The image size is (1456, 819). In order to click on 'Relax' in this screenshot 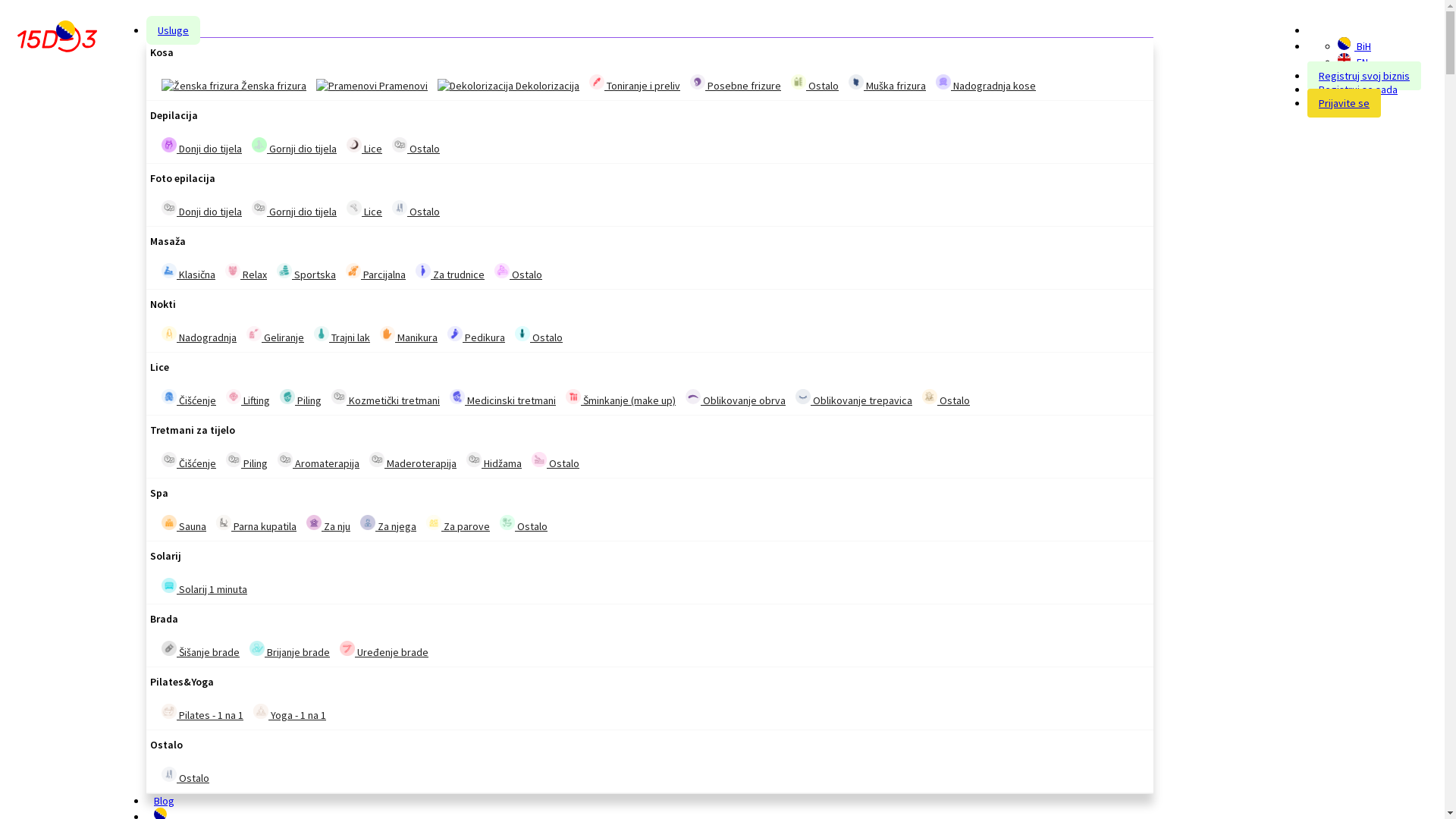, I will do `click(232, 270)`.